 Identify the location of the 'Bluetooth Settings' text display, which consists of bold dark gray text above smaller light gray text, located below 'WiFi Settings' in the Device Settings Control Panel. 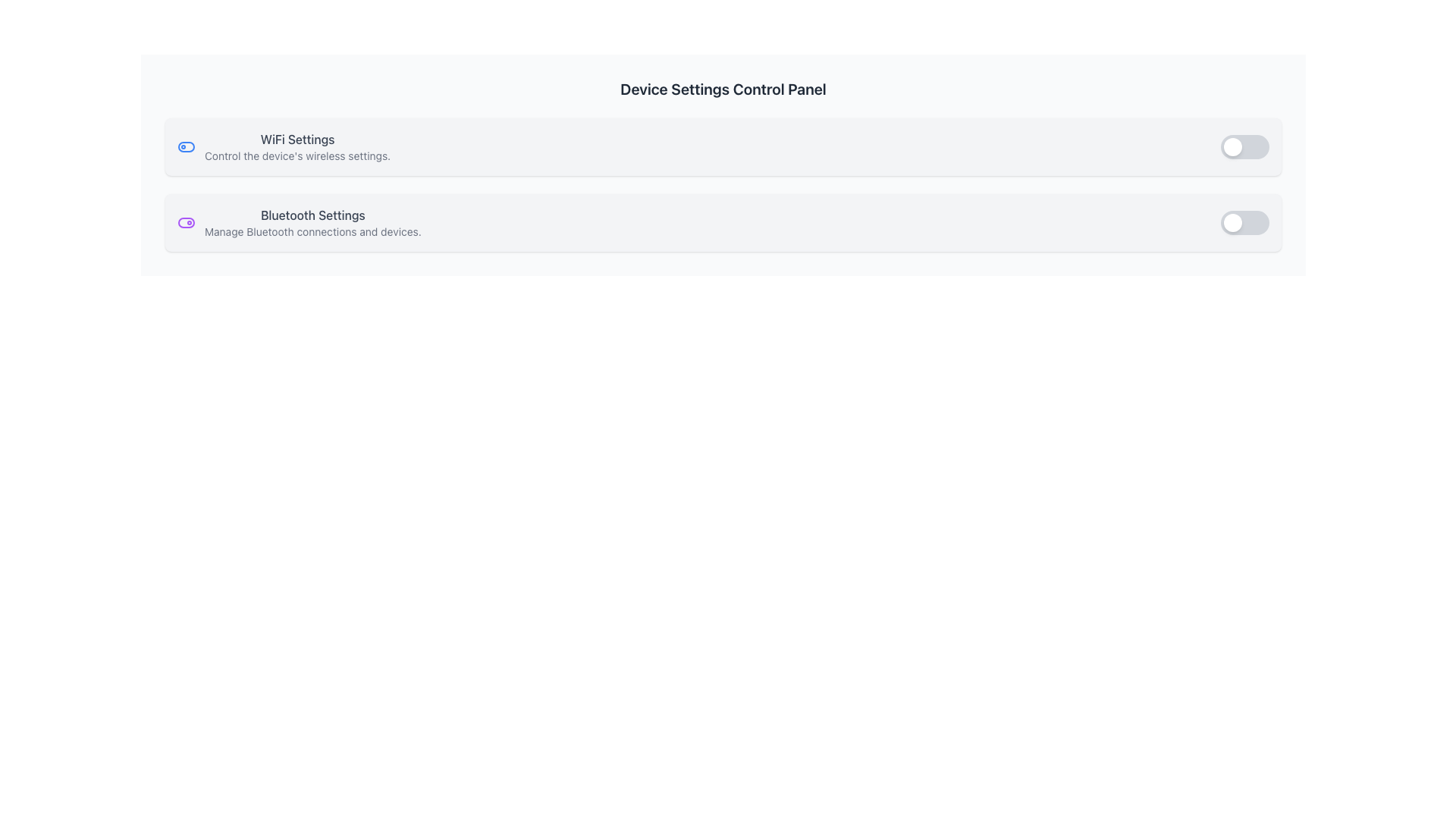
(312, 222).